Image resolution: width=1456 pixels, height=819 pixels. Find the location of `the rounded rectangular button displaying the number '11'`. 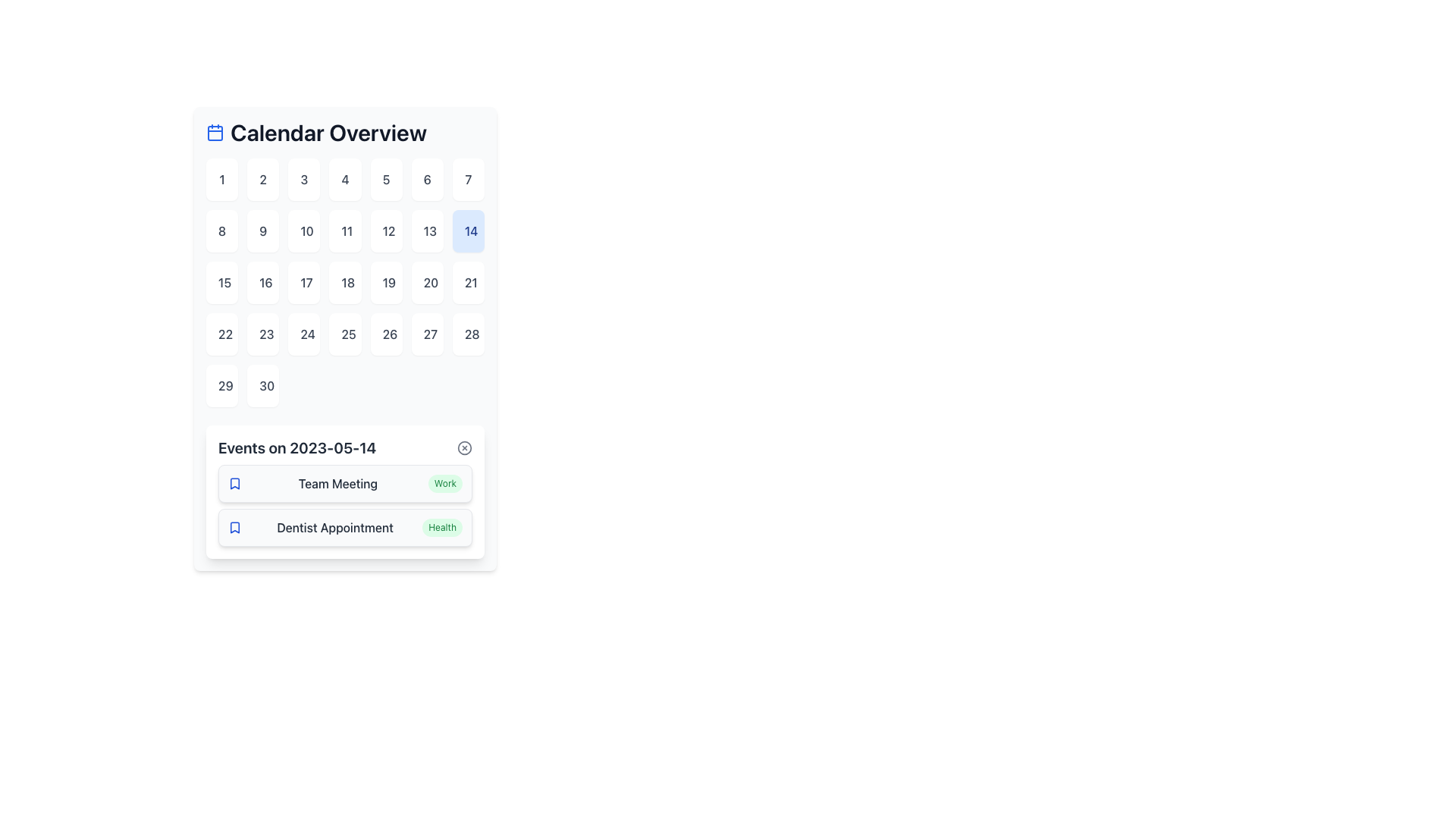

the rounded rectangular button displaying the number '11' is located at coordinates (344, 231).